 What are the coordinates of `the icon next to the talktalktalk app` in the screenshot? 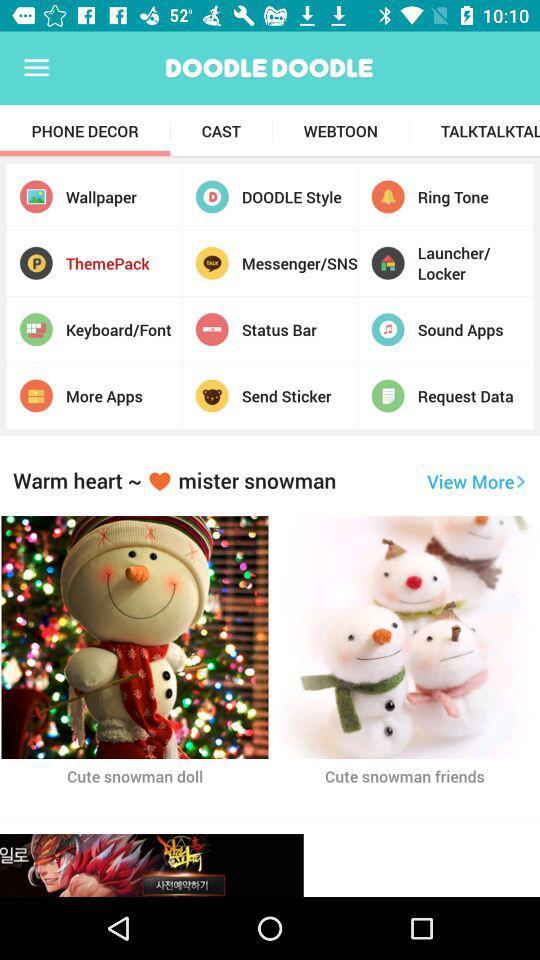 It's located at (339, 130).